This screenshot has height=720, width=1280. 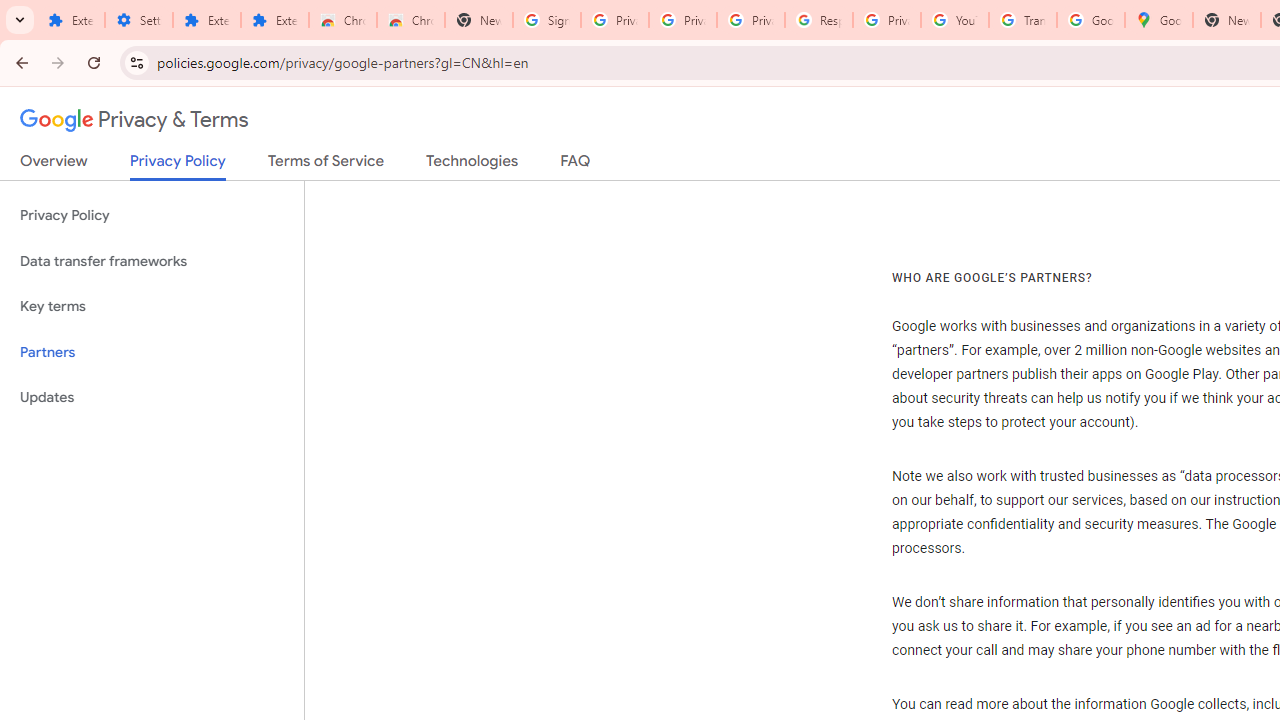 What do you see at coordinates (206, 20) in the screenshot?
I see `'Extensions'` at bounding box center [206, 20].